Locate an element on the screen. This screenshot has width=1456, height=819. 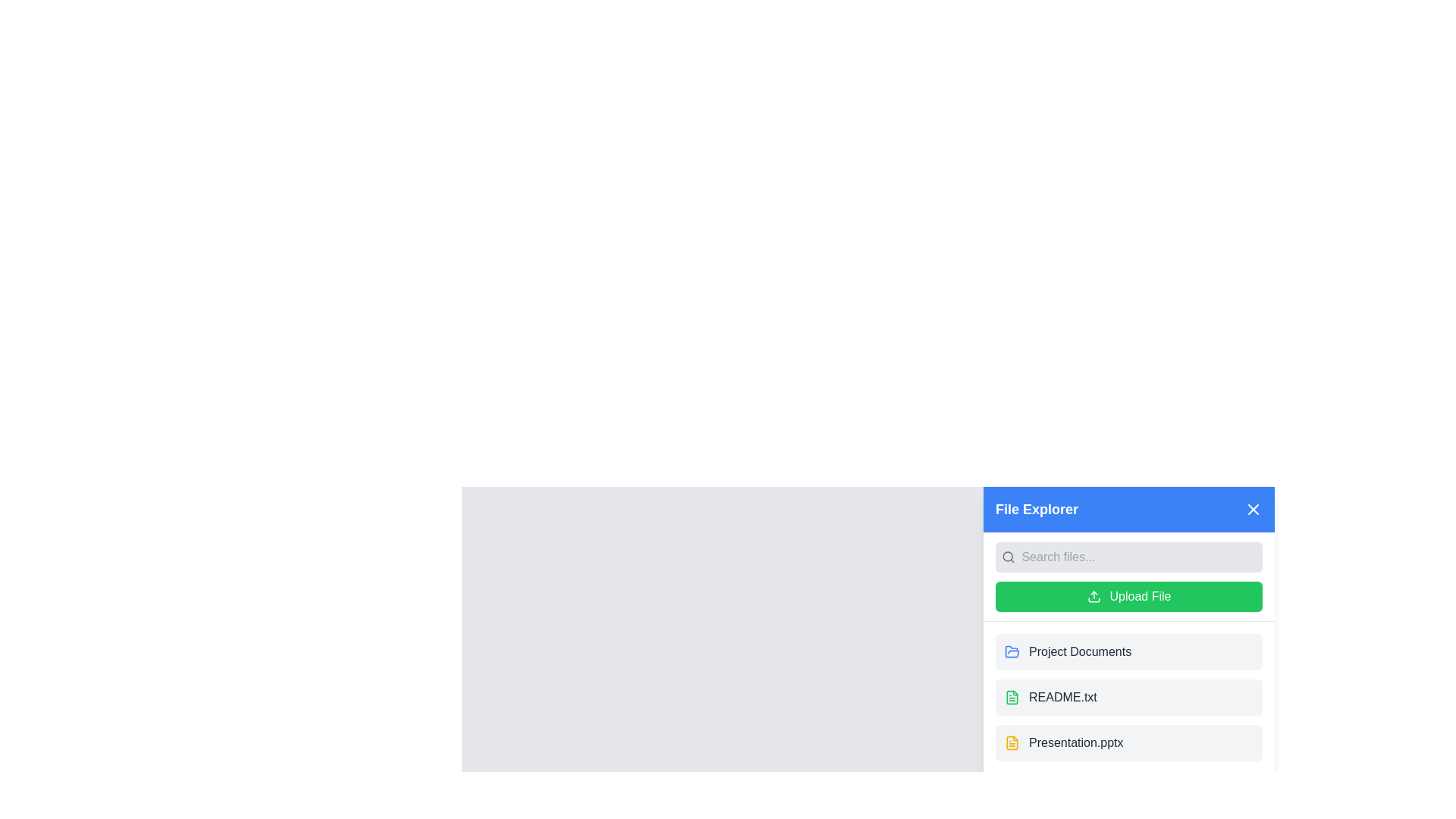
the 'File Explorer' text label, which is displayed in large, bold white font against a blue background at the top-left corner of the header bar is located at coordinates (1036, 509).